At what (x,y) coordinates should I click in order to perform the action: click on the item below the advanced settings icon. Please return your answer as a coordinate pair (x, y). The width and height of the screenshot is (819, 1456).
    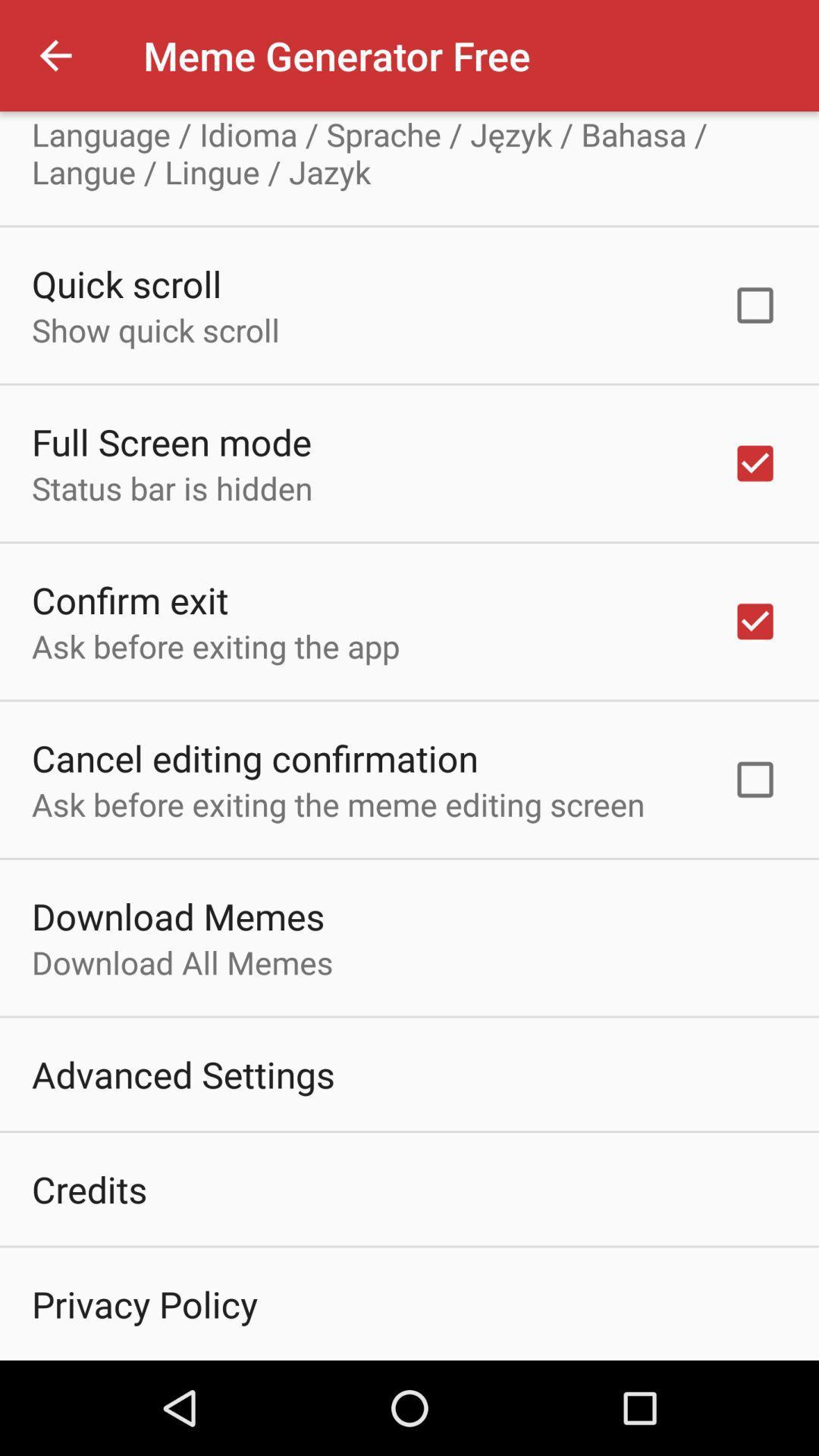
    Looking at the image, I should click on (89, 1188).